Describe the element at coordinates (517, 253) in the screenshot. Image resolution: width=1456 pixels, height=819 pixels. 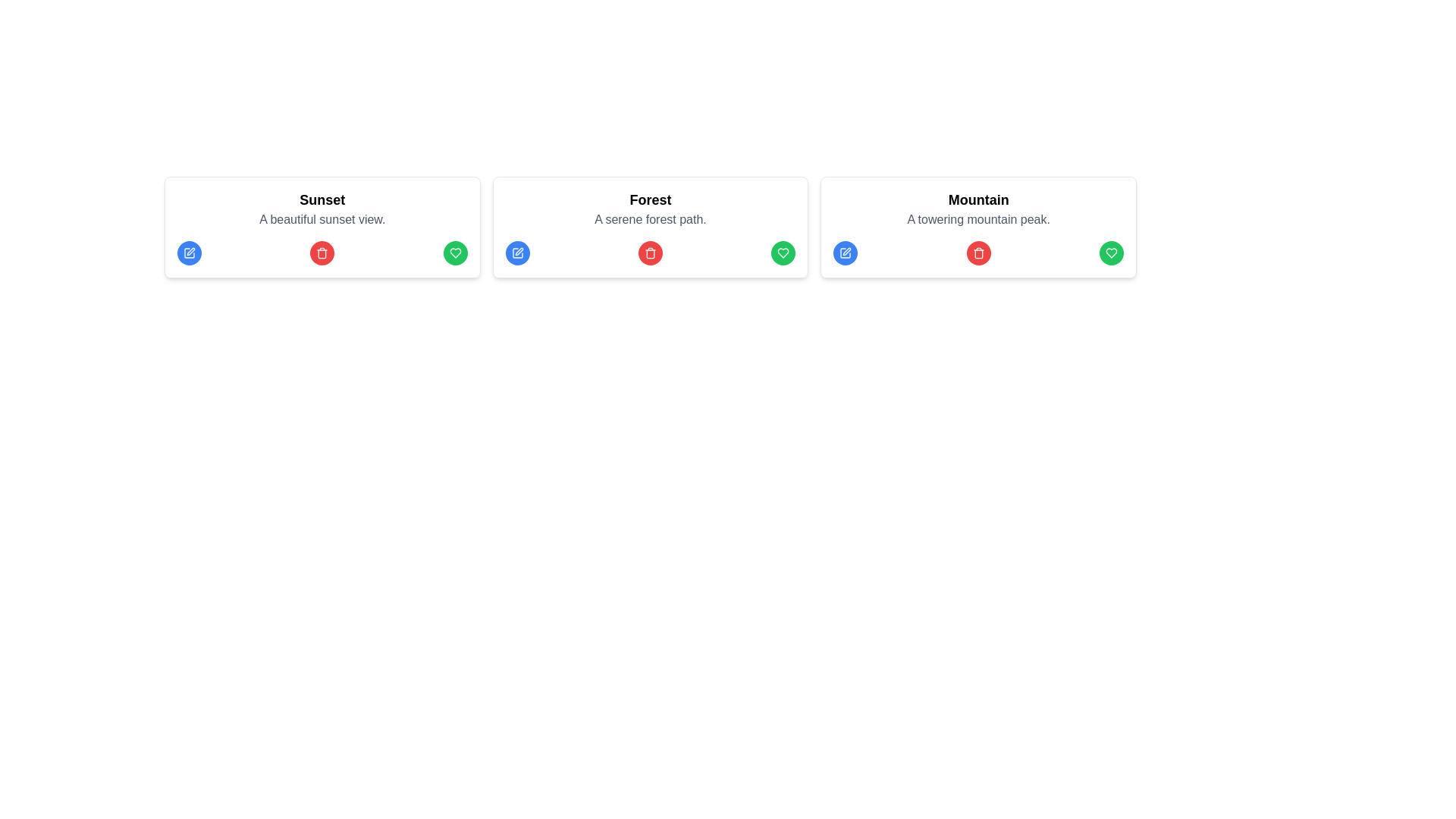
I see `the edit button located in the first interactive section under the card labeled 'Forest'` at that location.